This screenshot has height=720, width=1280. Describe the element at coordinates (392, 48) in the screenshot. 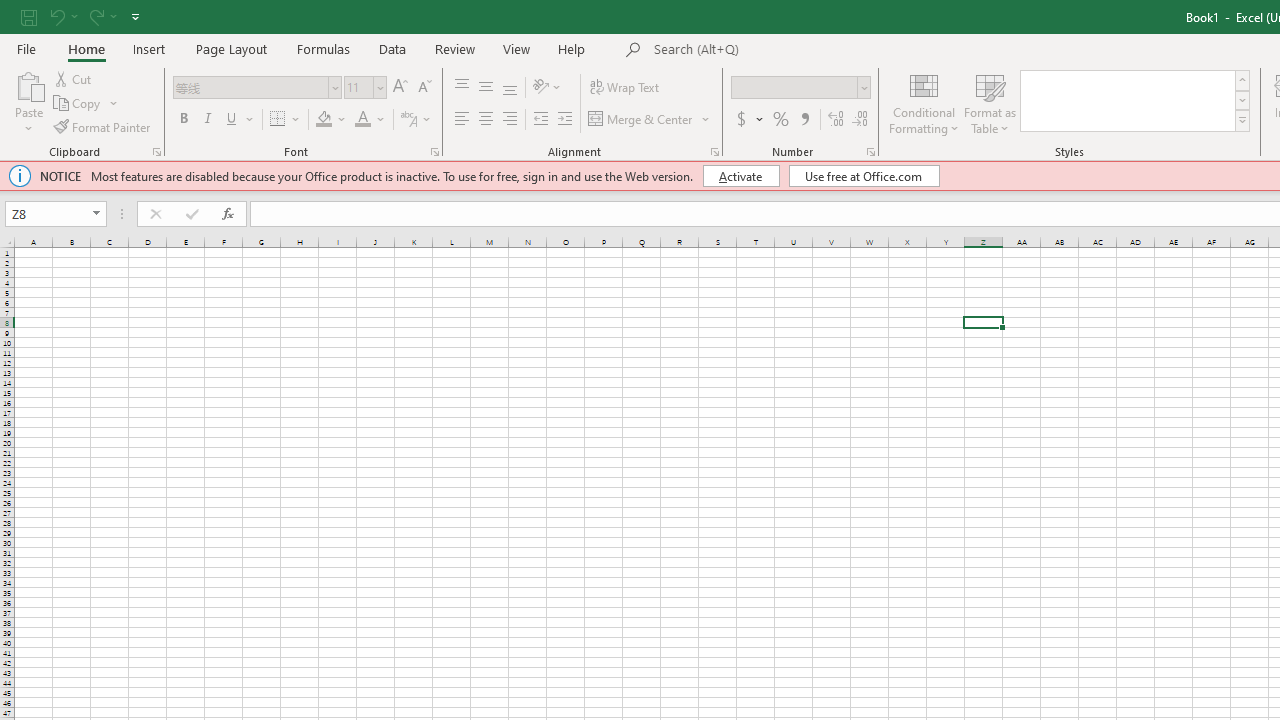

I see `'Data'` at that location.